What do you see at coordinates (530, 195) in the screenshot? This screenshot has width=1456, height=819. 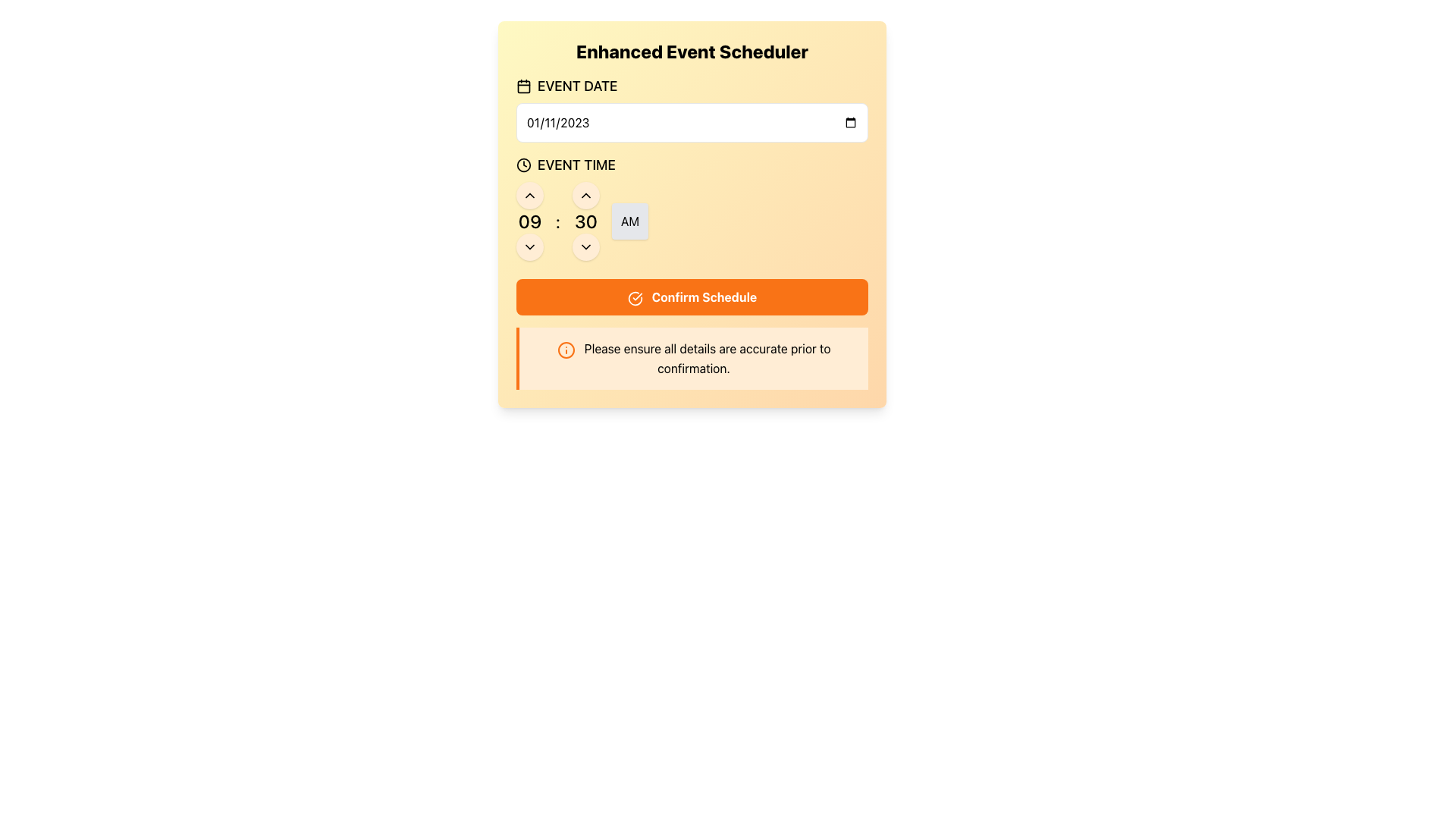 I see `the first circular button in the 'Event Time' section` at bounding box center [530, 195].